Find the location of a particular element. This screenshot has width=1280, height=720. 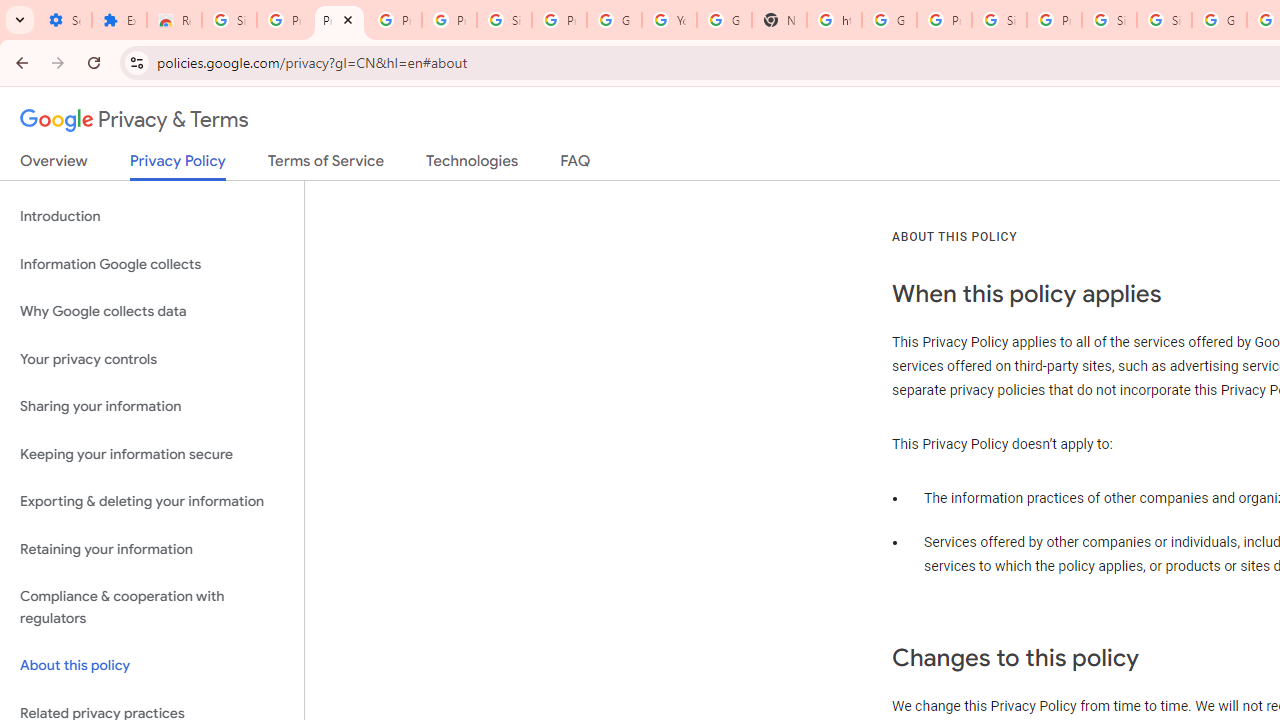

'Reviews: Helix Fruit Jump Arcade Game' is located at coordinates (174, 20).